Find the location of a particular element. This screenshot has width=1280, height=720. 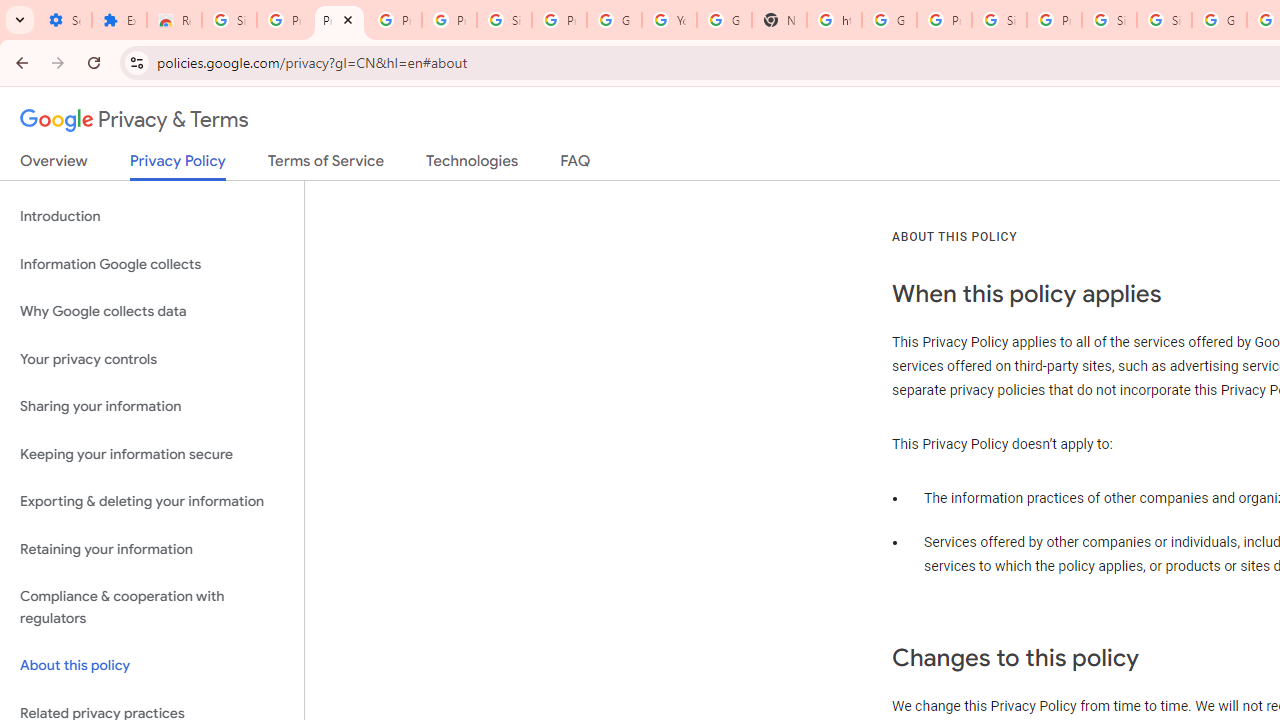

'Reviews: Helix Fruit Jump Arcade Game' is located at coordinates (174, 20).